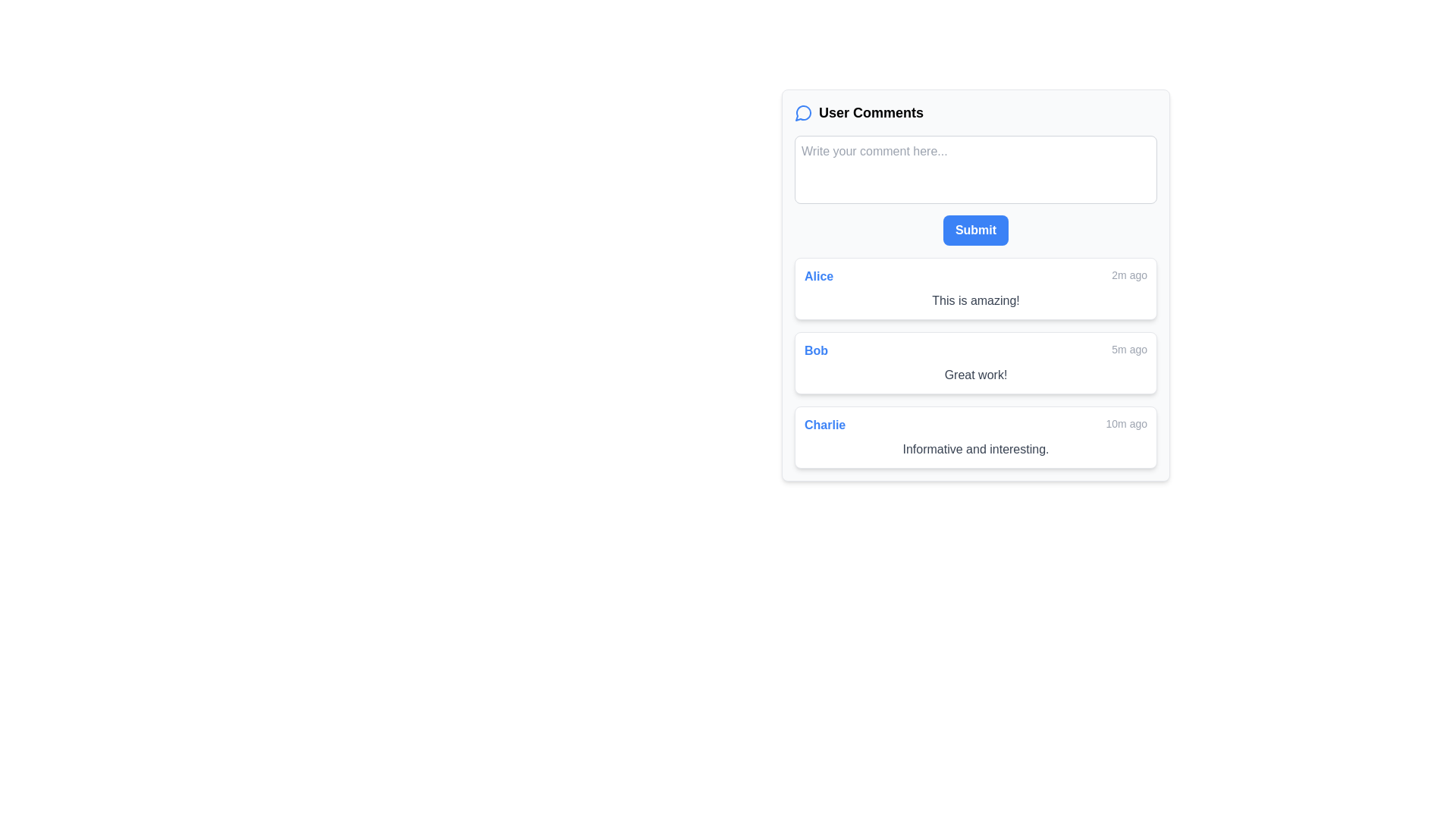 The image size is (1456, 819). I want to click on text from the text block displaying 'Informative and interesting.' located under the user's comment section, below the username 'Charlie' and the timestamp '10m ago', so click(975, 449).